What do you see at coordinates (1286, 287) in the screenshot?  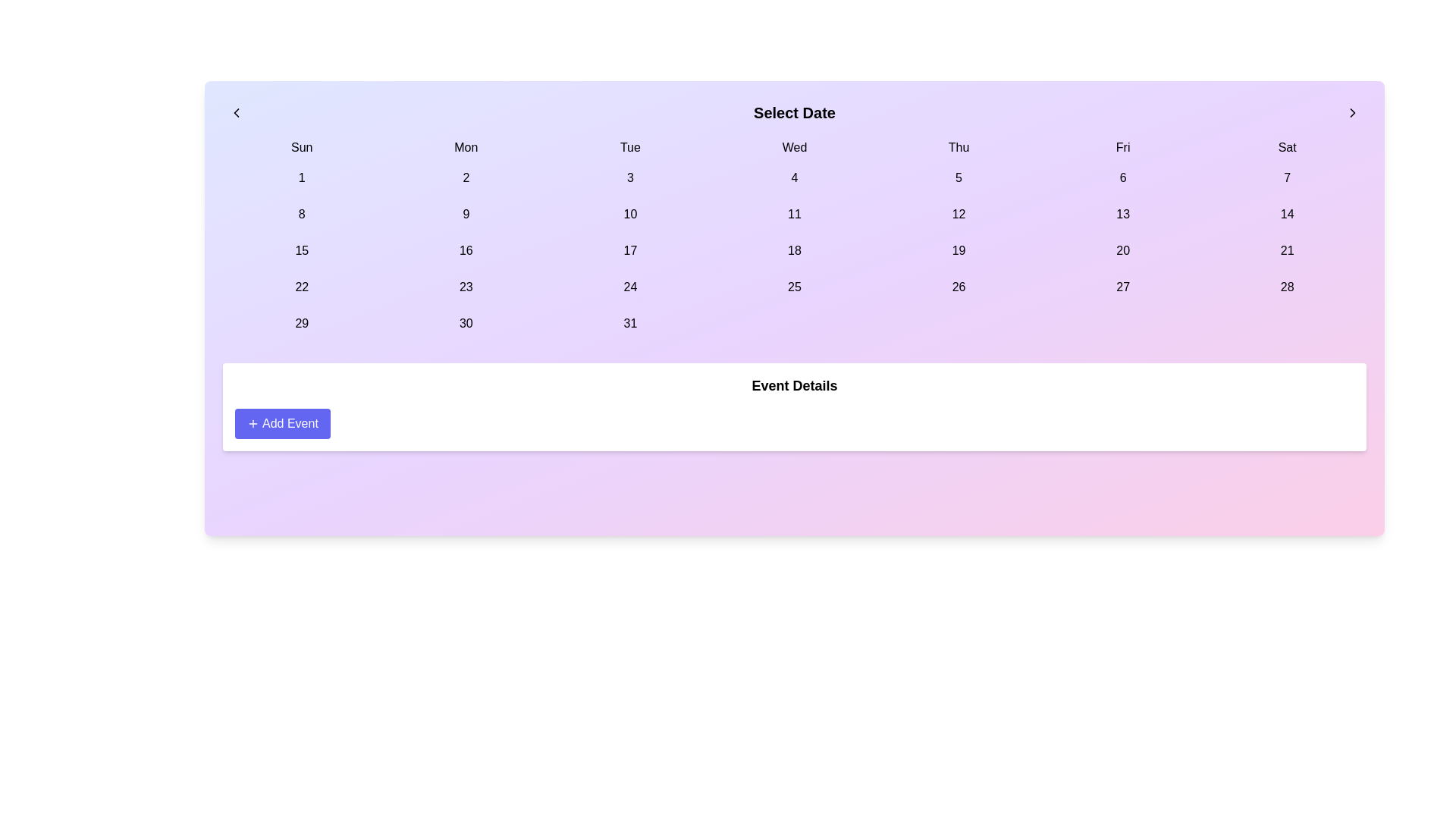 I see `the selectable day button in the calendar interface, located in the last column of the 4th week` at bounding box center [1286, 287].